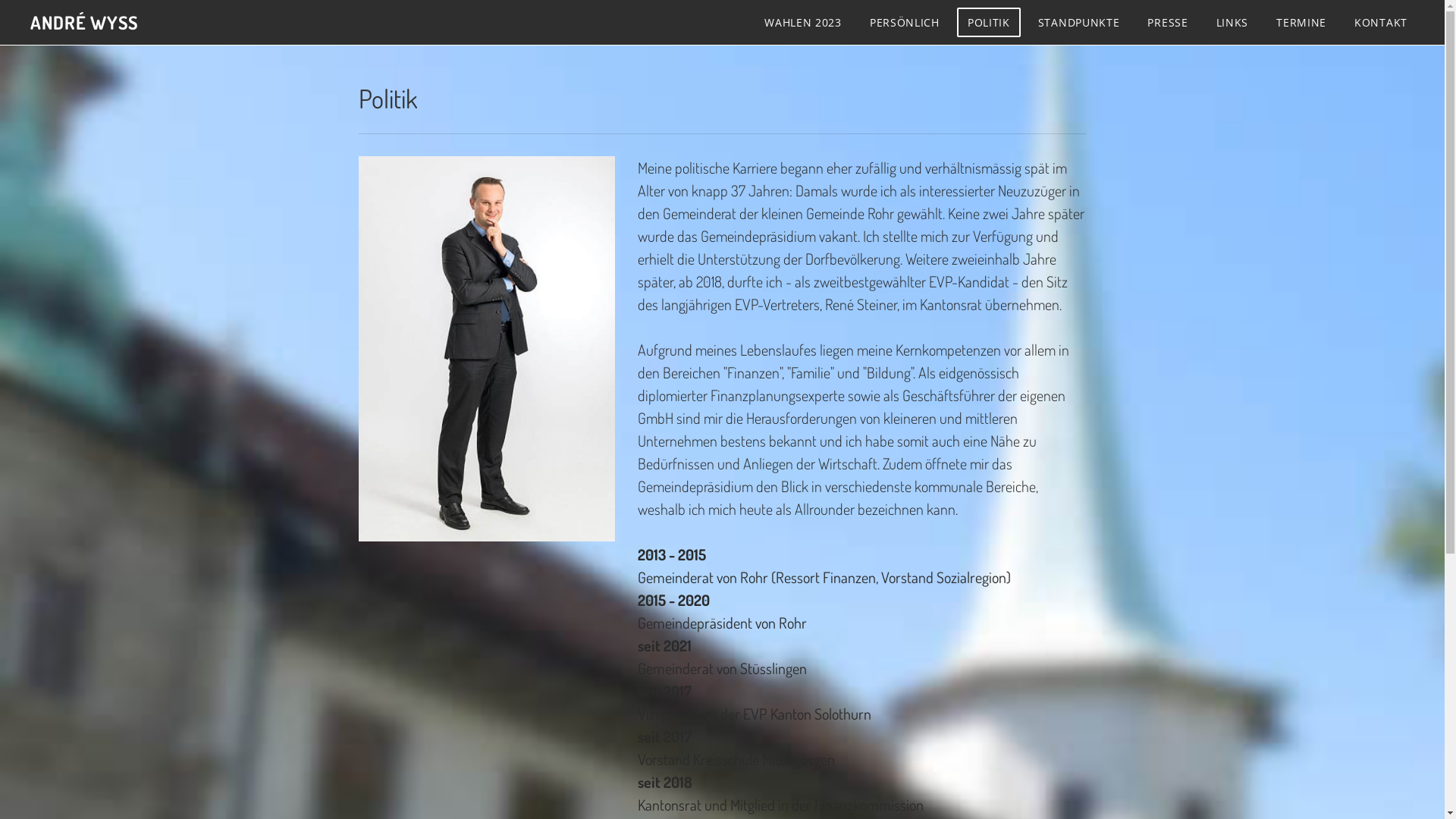  Describe the element at coordinates (1078, 22) in the screenshot. I see `'STANDPUNKTE'` at that location.